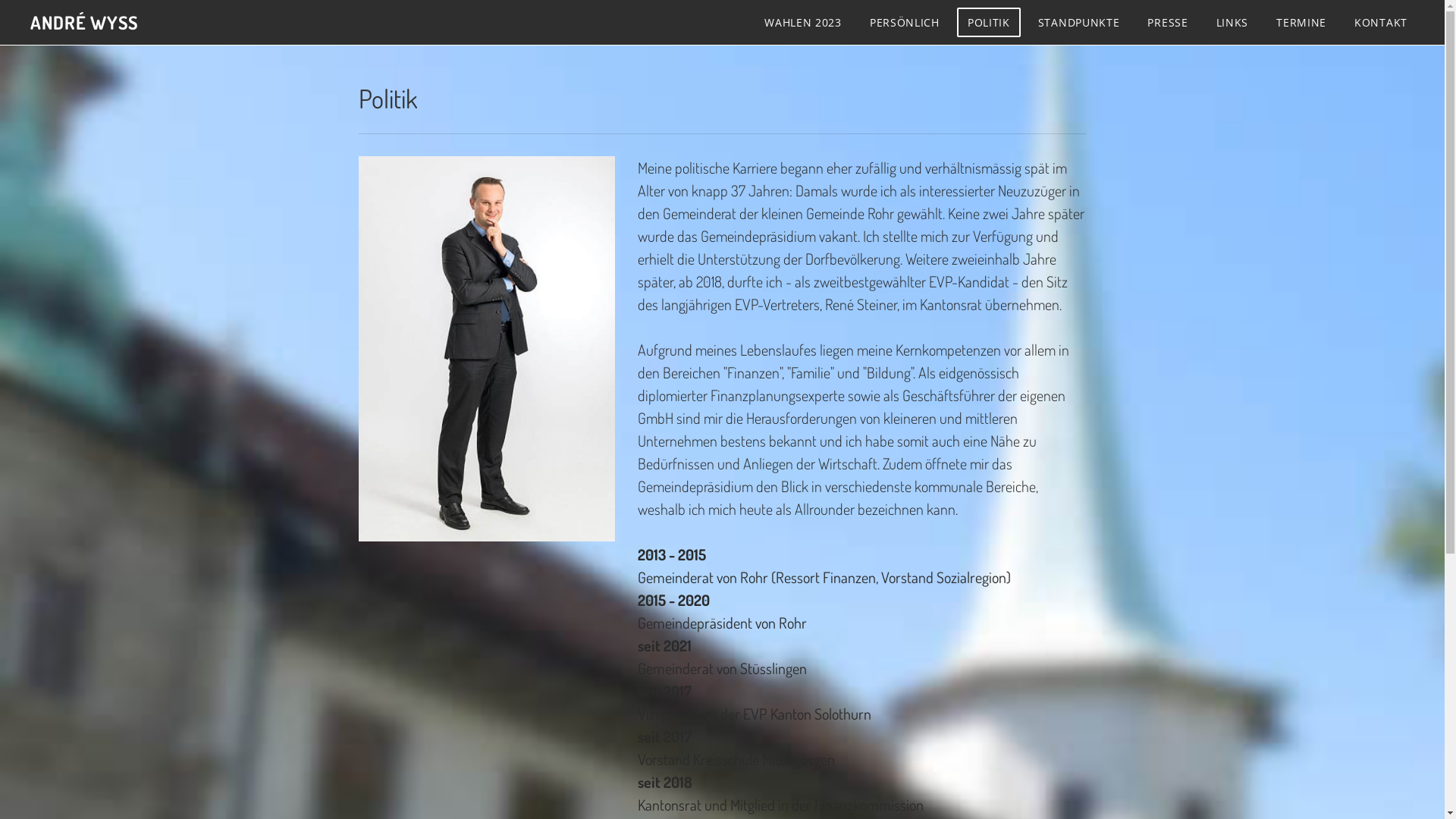  Describe the element at coordinates (1078, 22) in the screenshot. I see `'STANDPUNKTE'` at that location.